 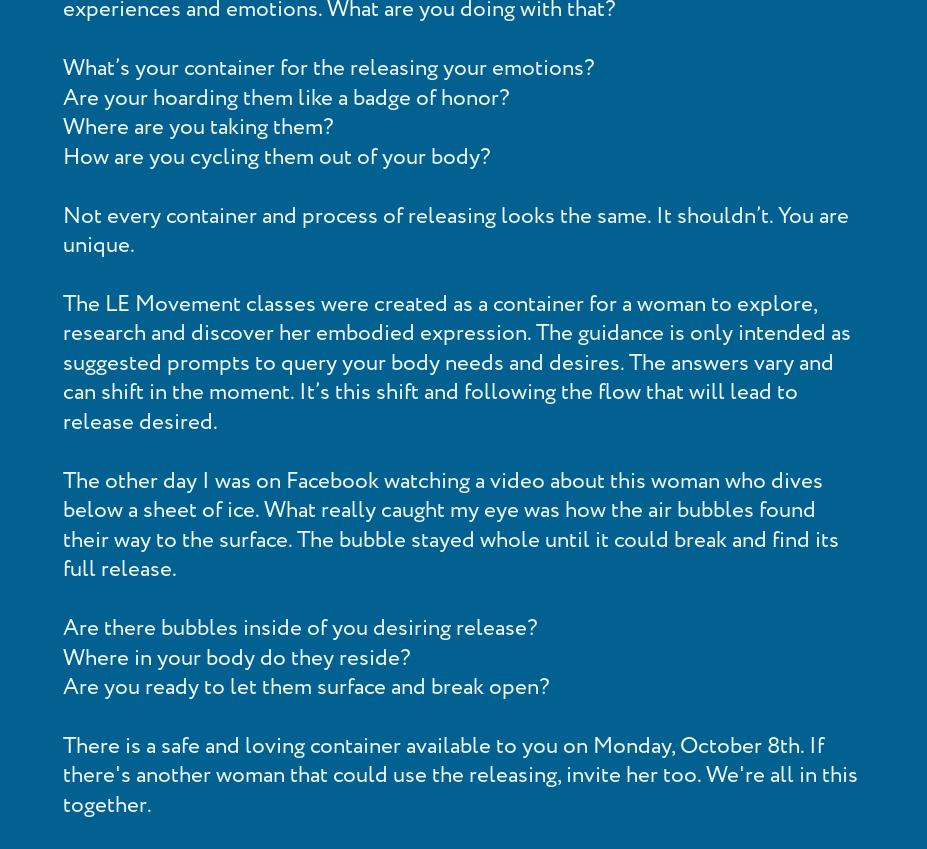 I want to click on 'Are your hoarding them like a badge of honor?', so click(x=285, y=96).